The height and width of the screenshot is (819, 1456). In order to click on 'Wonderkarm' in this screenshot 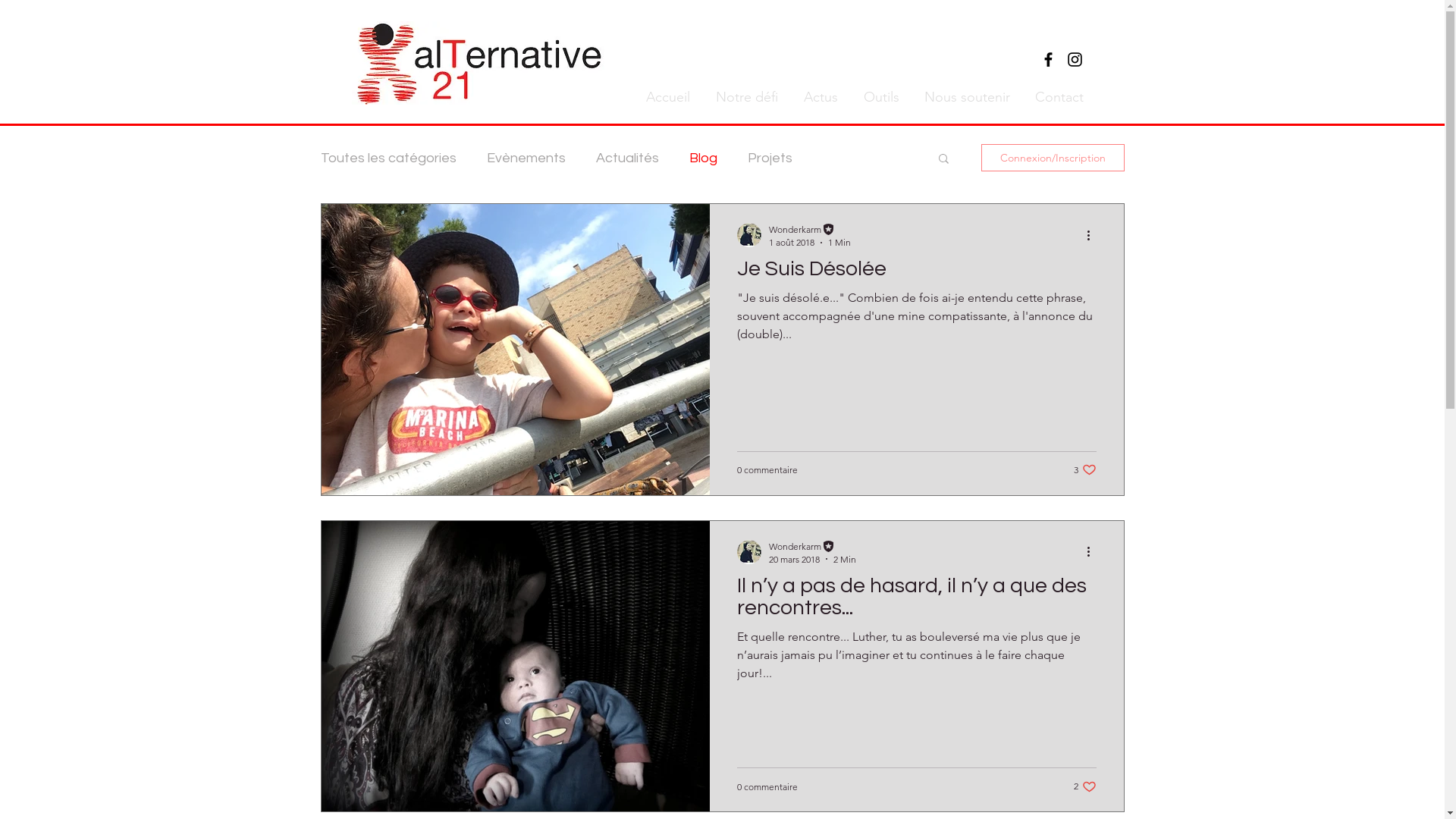, I will do `click(768, 544)`.